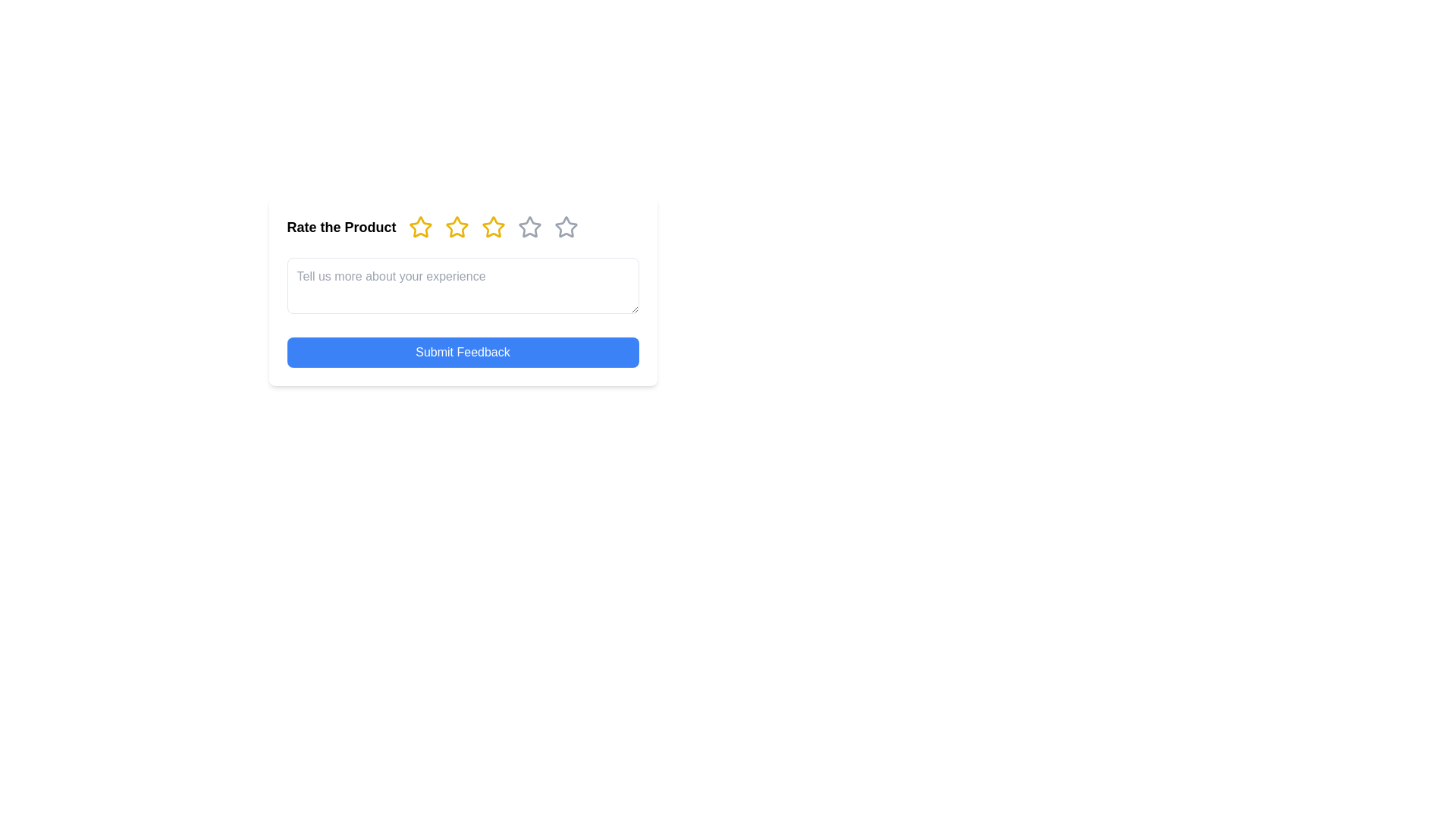  What do you see at coordinates (462, 353) in the screenshot?
I see `the feedback submission button located at the bottom of the feedback form` at bounding box center [462, 353].